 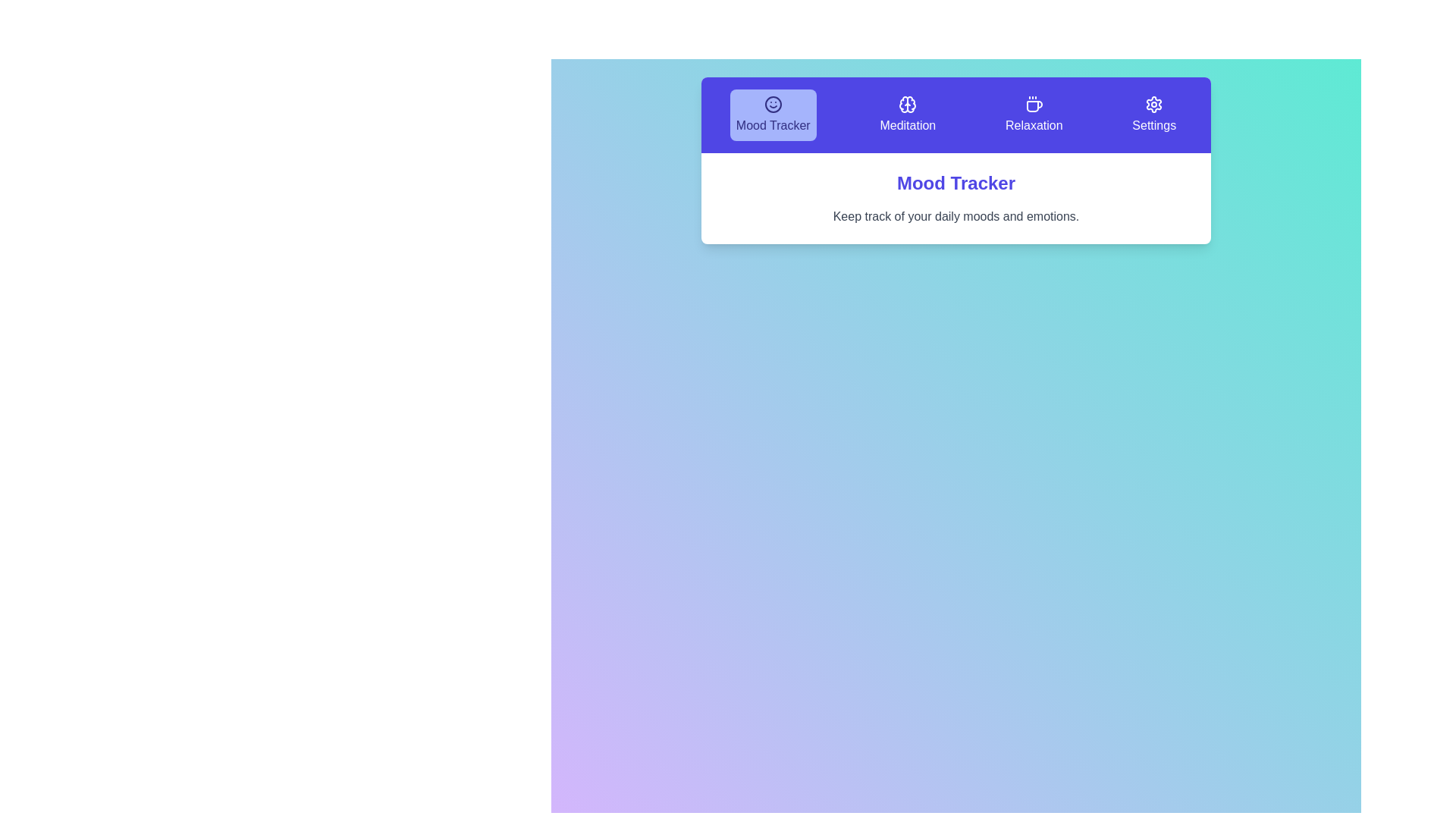 What do you see at coordinates (1153, 104) in the screenshot?
I see `the cogwheel-shaped icon in the settings tab located at the top-right of the interface` at bounding box center [1153, 104].